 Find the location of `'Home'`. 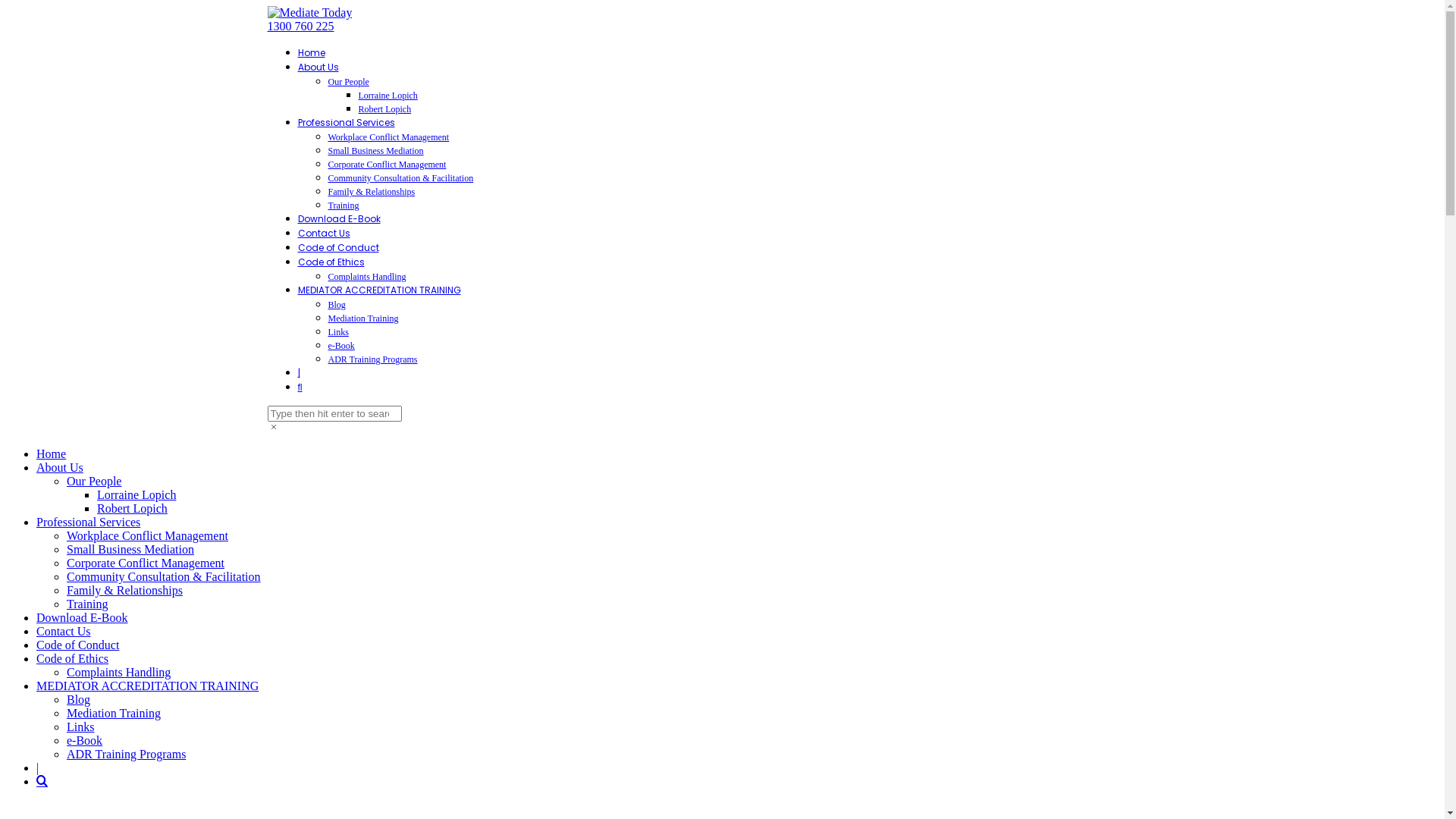

'Home' is located at coordinates (51, 453).